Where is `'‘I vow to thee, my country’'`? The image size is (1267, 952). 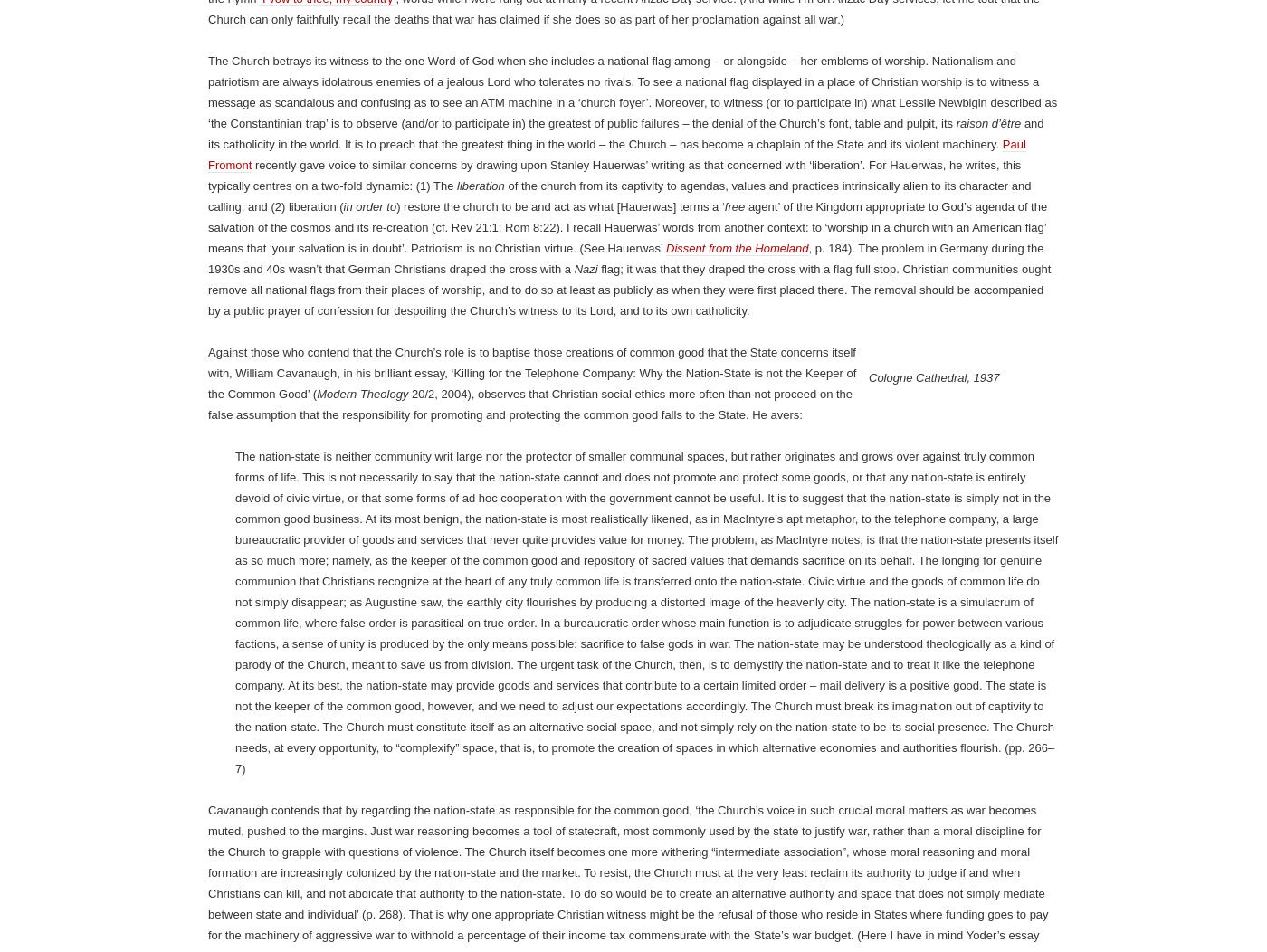 '‘I vow to thee, my country’' is located at coordinates (328, 691).